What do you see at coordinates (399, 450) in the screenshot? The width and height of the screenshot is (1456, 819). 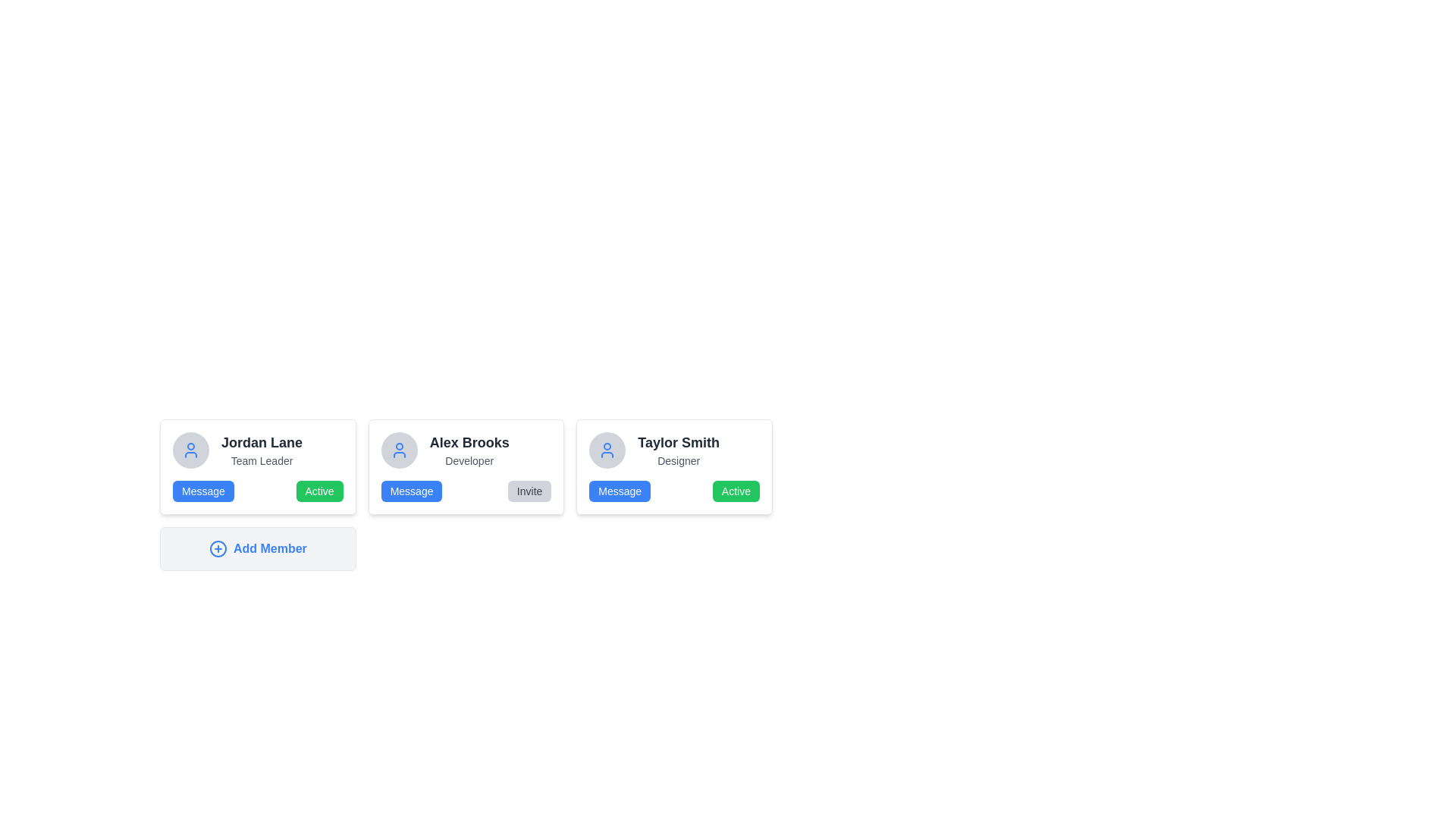 I see `the image placeholder representing the user's profile picture located to the left of the text 'Alex Brooks Developer' in the card layout` at bounding box center [399, 450].